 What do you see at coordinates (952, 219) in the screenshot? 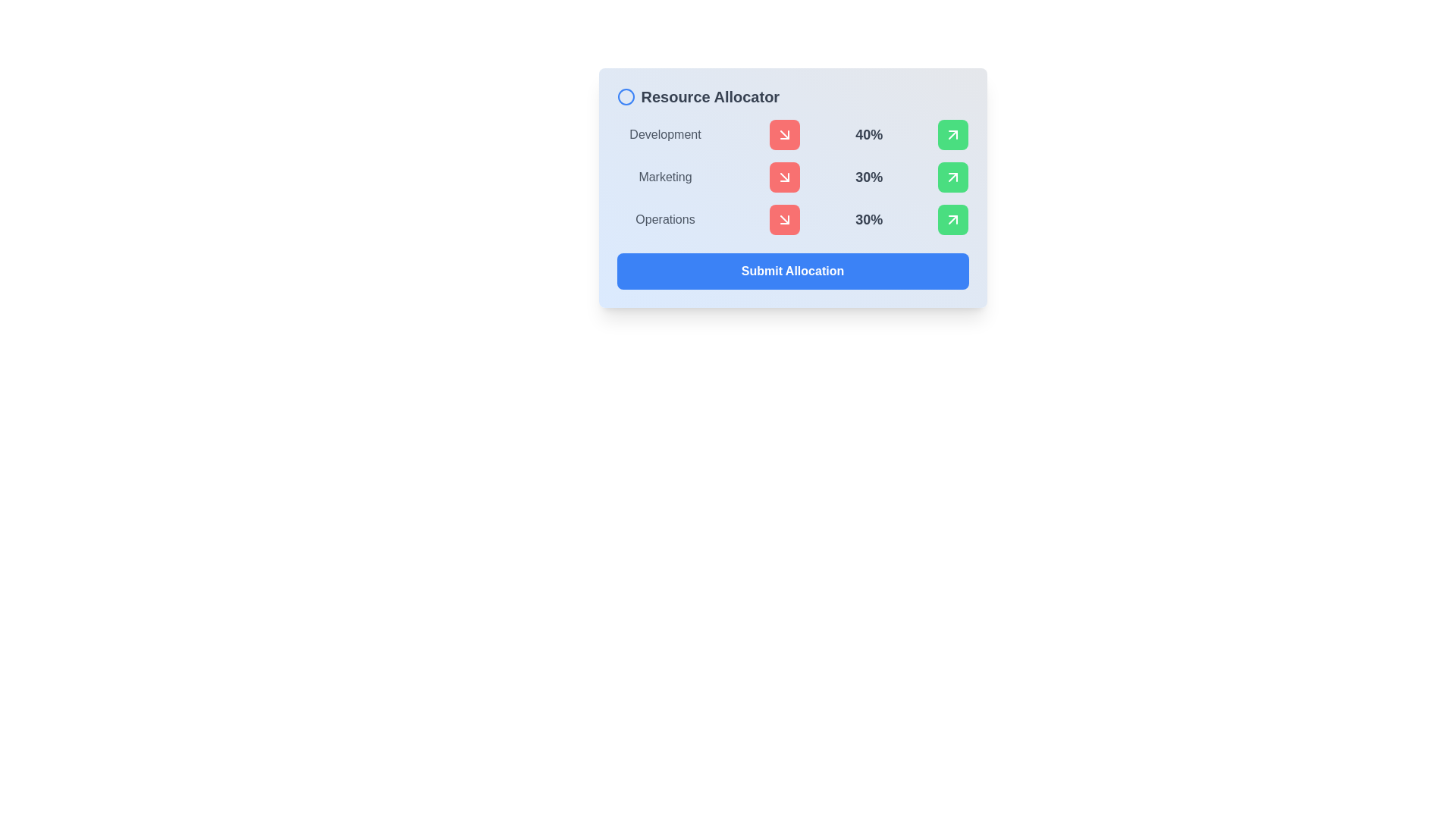
I see `the green button with a white arrow pointing diagonally upward to the right, located in the 'Operations' row` at bounding box center [952, 219].